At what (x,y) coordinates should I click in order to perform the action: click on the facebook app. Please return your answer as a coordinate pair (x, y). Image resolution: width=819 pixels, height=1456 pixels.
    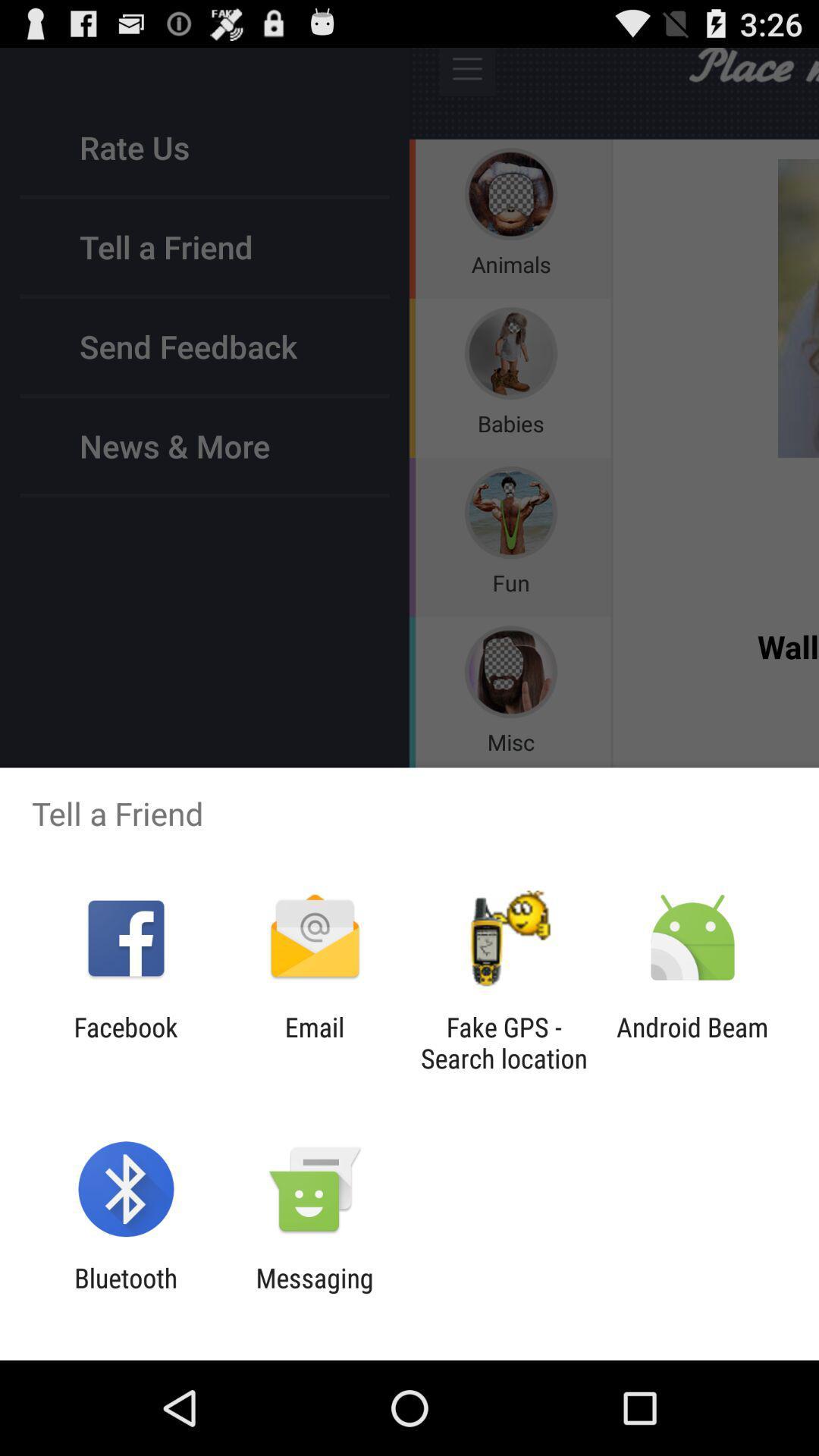
    Looking at the image, I should click on (125, 1042).